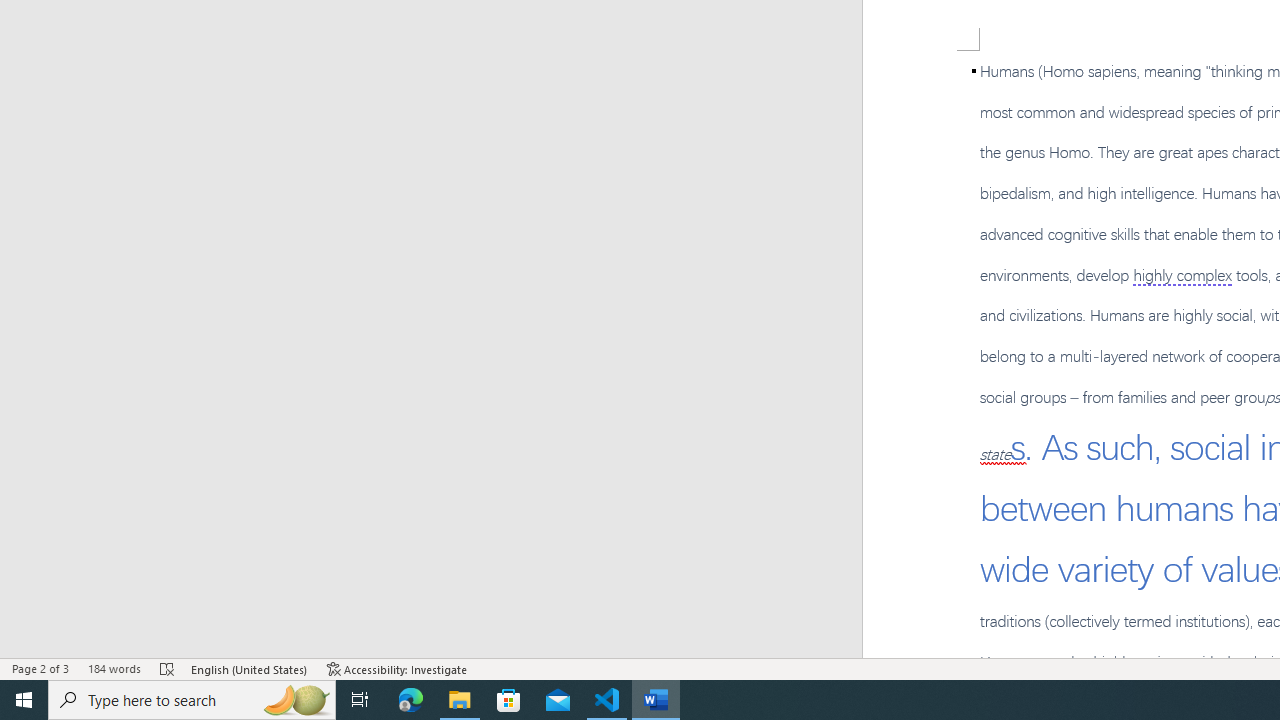 The height and width of the screenshot is (720, 1280). I want to click on 'Visual Studio Code - 1 running window', so click(606, 698).